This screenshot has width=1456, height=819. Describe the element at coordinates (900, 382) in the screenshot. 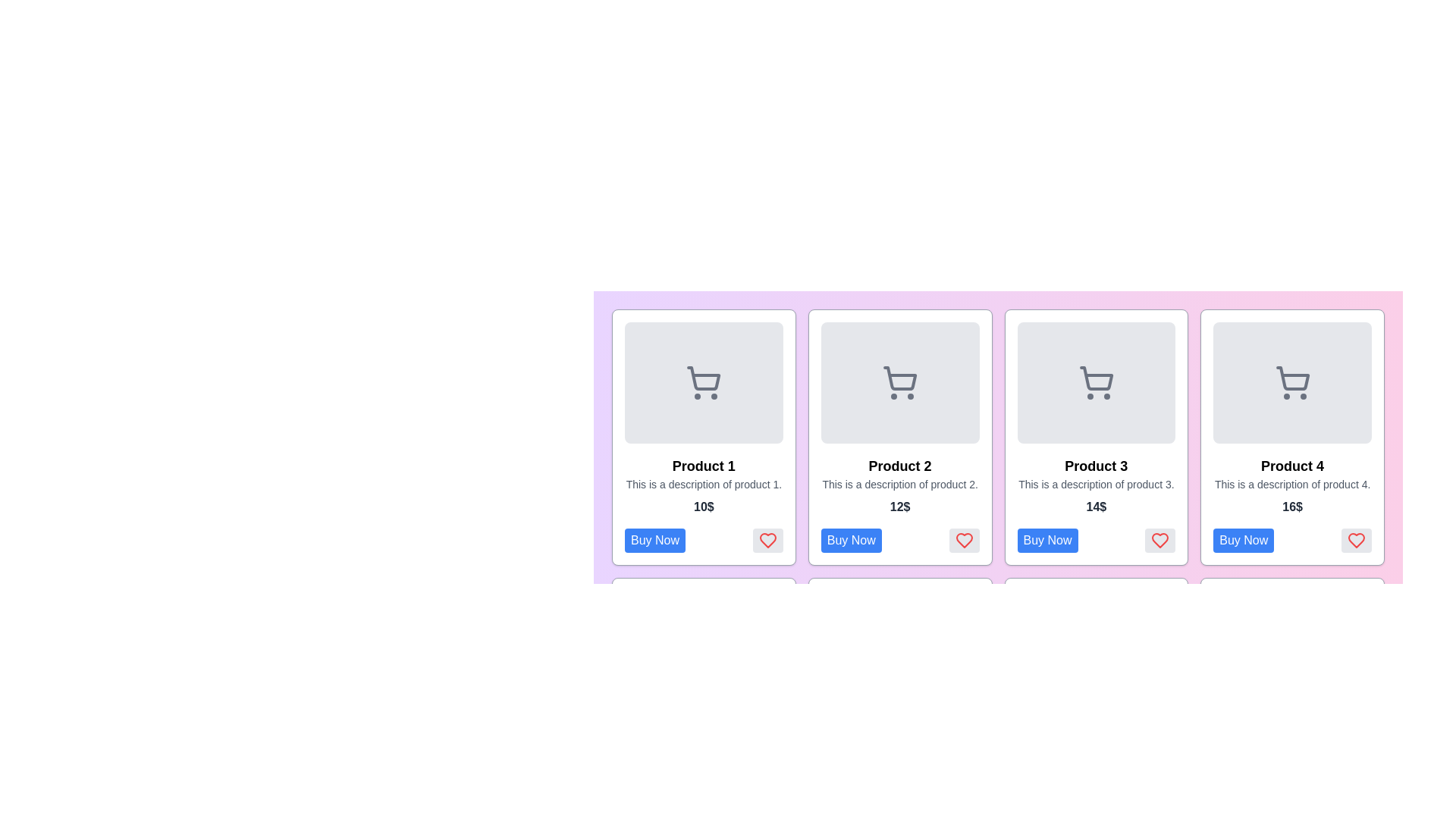

I see `the shopping cart icon located in the second product card, above the text 'Product 2', to initiate an action` at that location.